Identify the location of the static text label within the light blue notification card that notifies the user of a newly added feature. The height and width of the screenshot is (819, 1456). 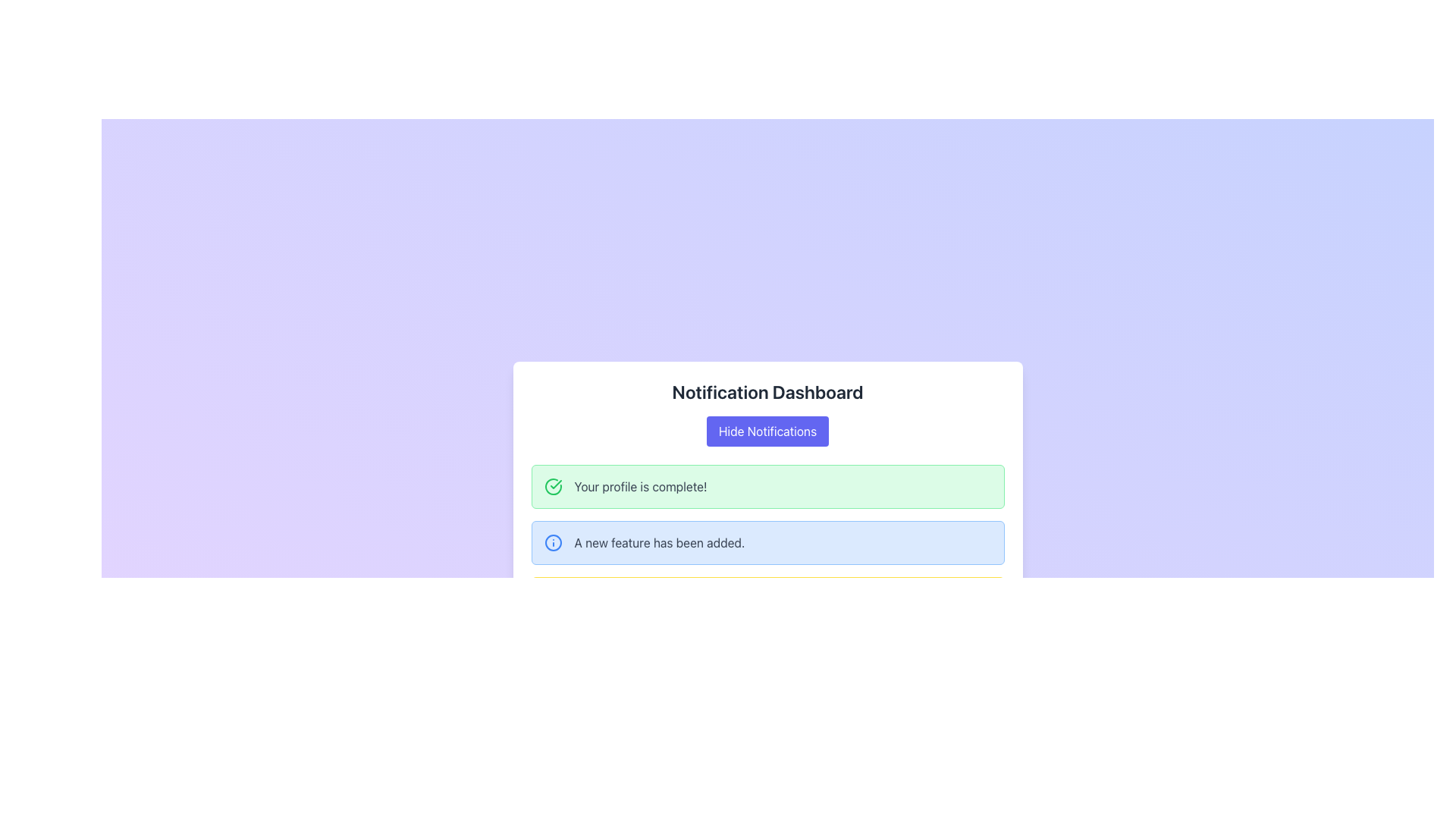
(659, 542).